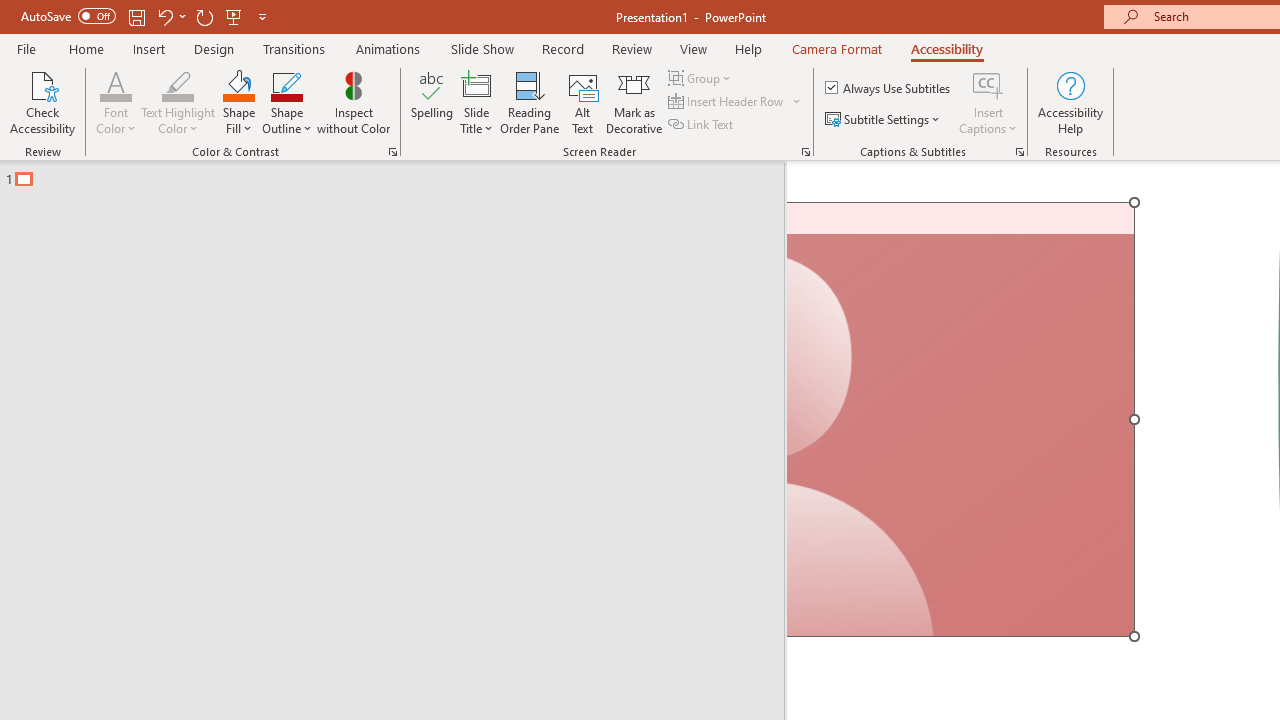 The height and width of the screenshot is (720, 1280). Describe the element at coordinates (837, 48) in the screenshot. I see `'Camera Format'` at that location.